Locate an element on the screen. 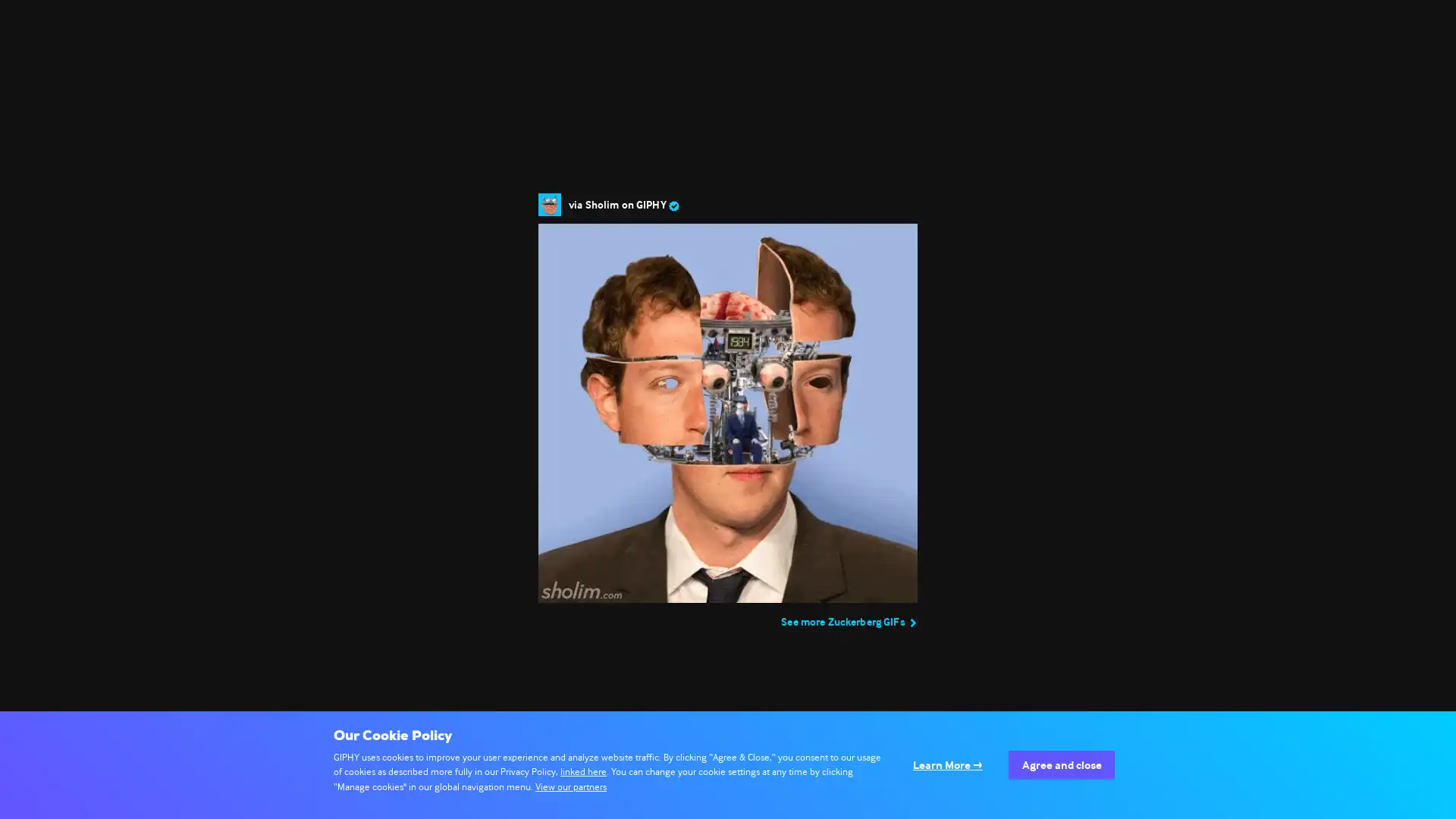 The width and height of the screenshot is (1456, 819). Agree to our data processing and close is located at coordinates (1061, 765).